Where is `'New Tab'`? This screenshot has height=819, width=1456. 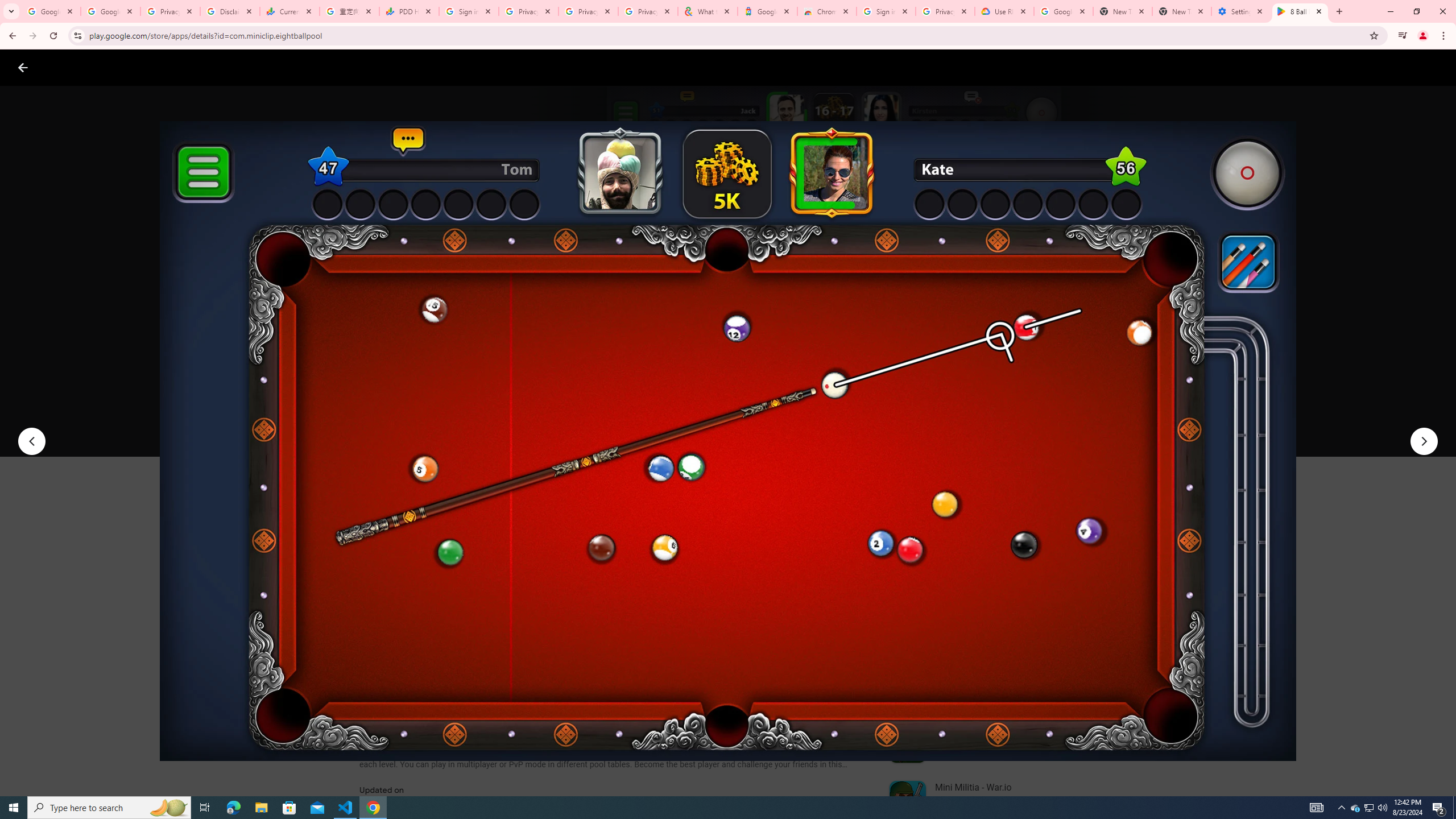
'New Tab' is located at coordinates (1182, 11).